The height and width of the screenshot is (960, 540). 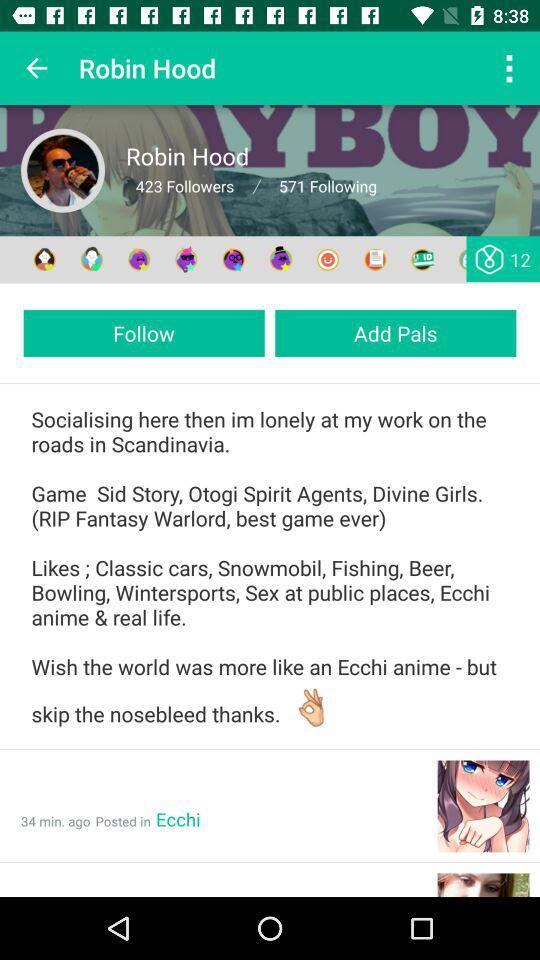 What do you see at coordinates (232, 258) in the screenshot?
I see `emblem` at bounding box center [232, 258].